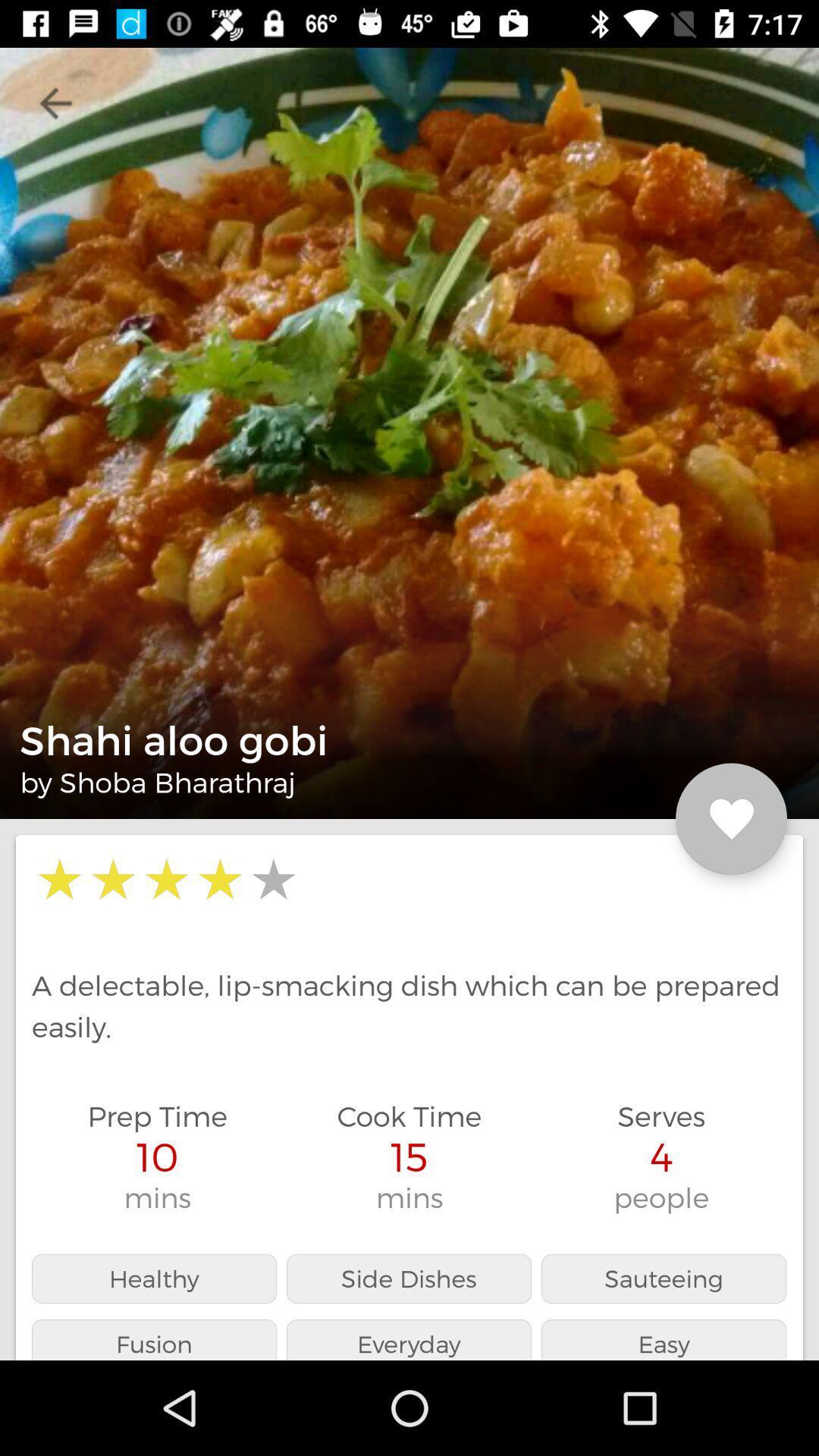 This screenshot has width=819, height=1456. Describe the element at coordinates (158, 782) in the screenshot. I see `by shoba bharathraj item` at that location.